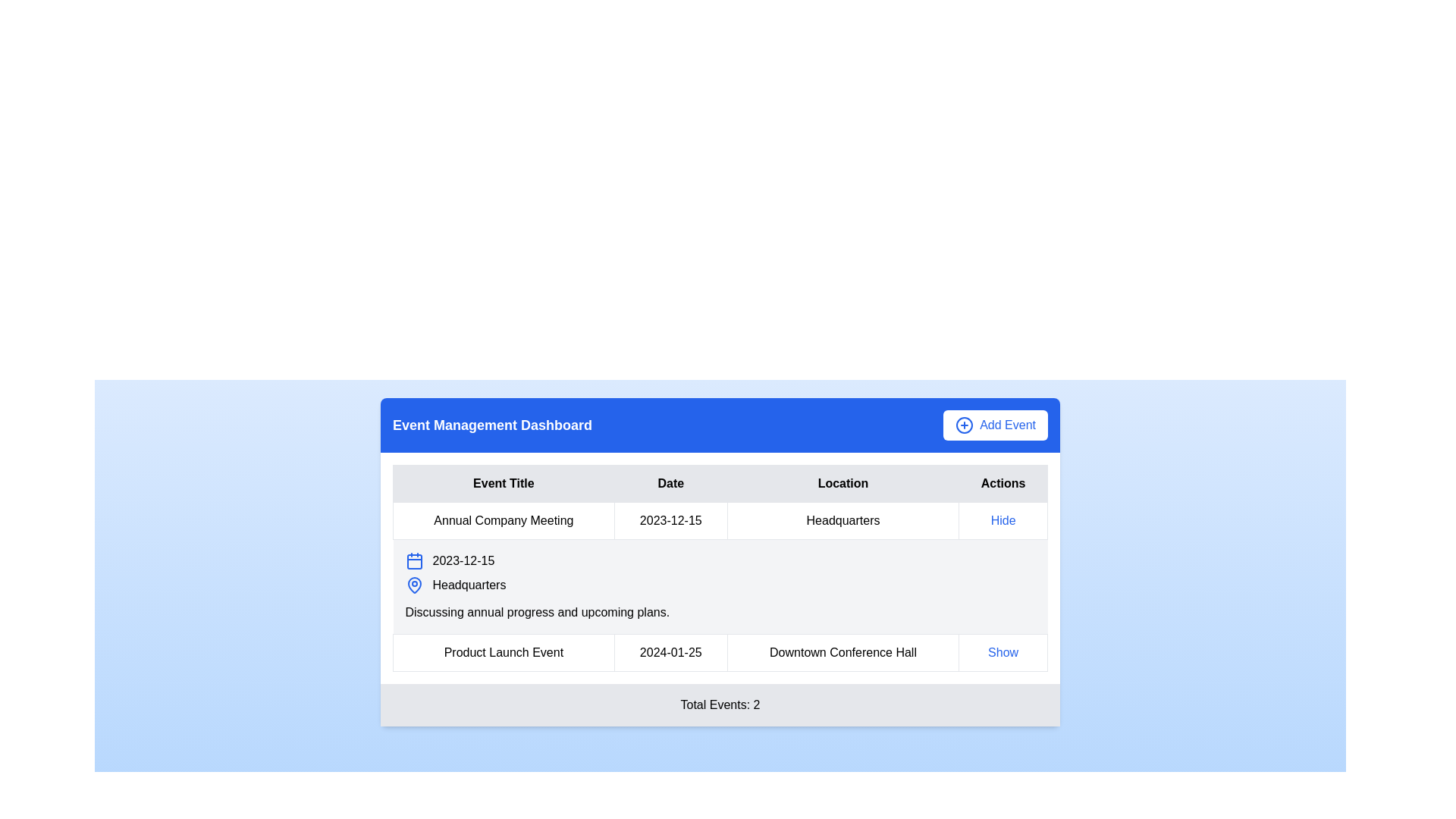 This screenshot has height=819, width=1456. Describe the element at coordinates (1003, 651) in the screenshot. I see `the text link labeled 'Show' in the 'Actions' column of the 'Product Launch Event' row` at that location.